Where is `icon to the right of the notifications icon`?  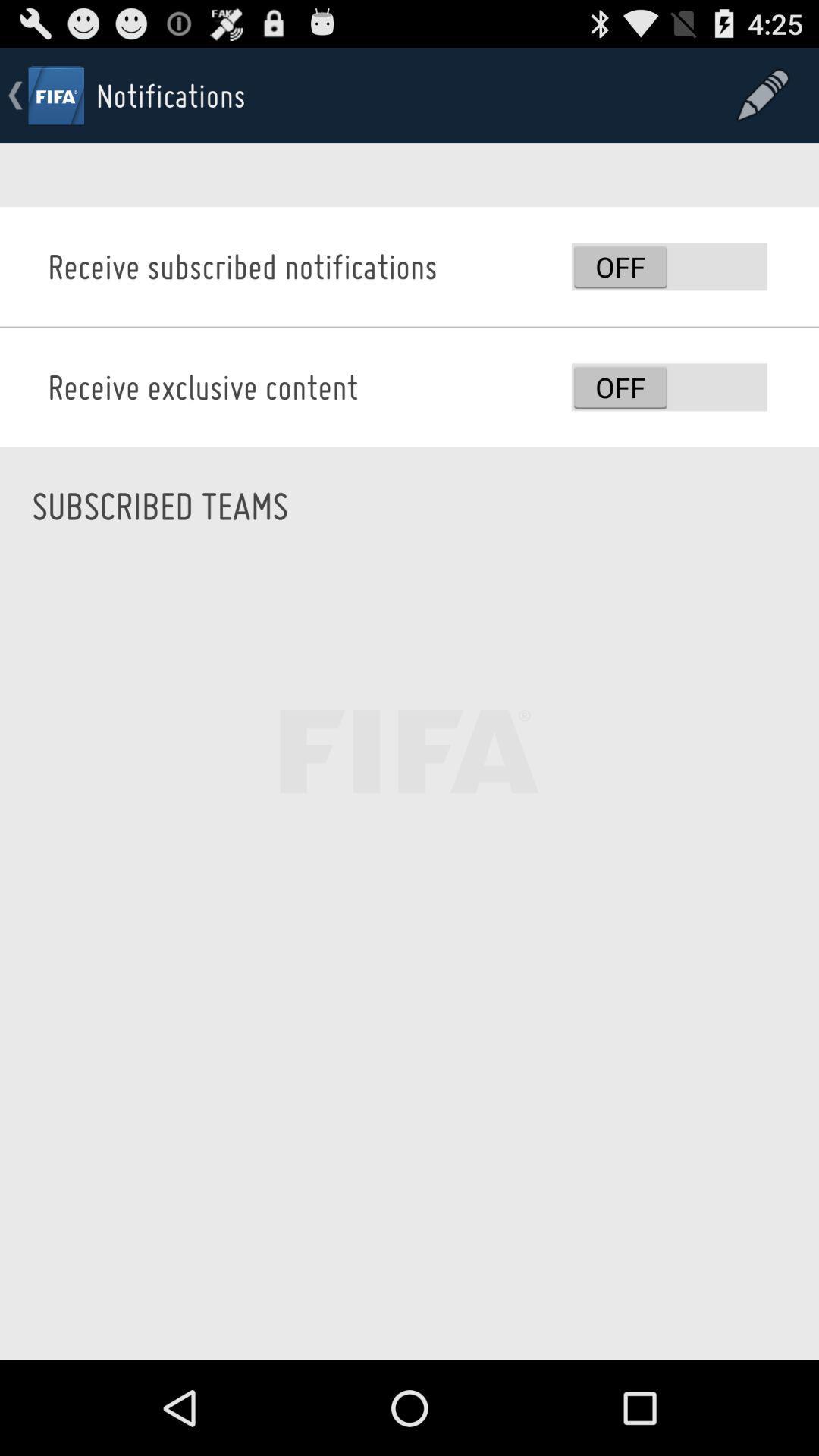
icon to the right of the notifications icon is located at coordinates (763, 94).